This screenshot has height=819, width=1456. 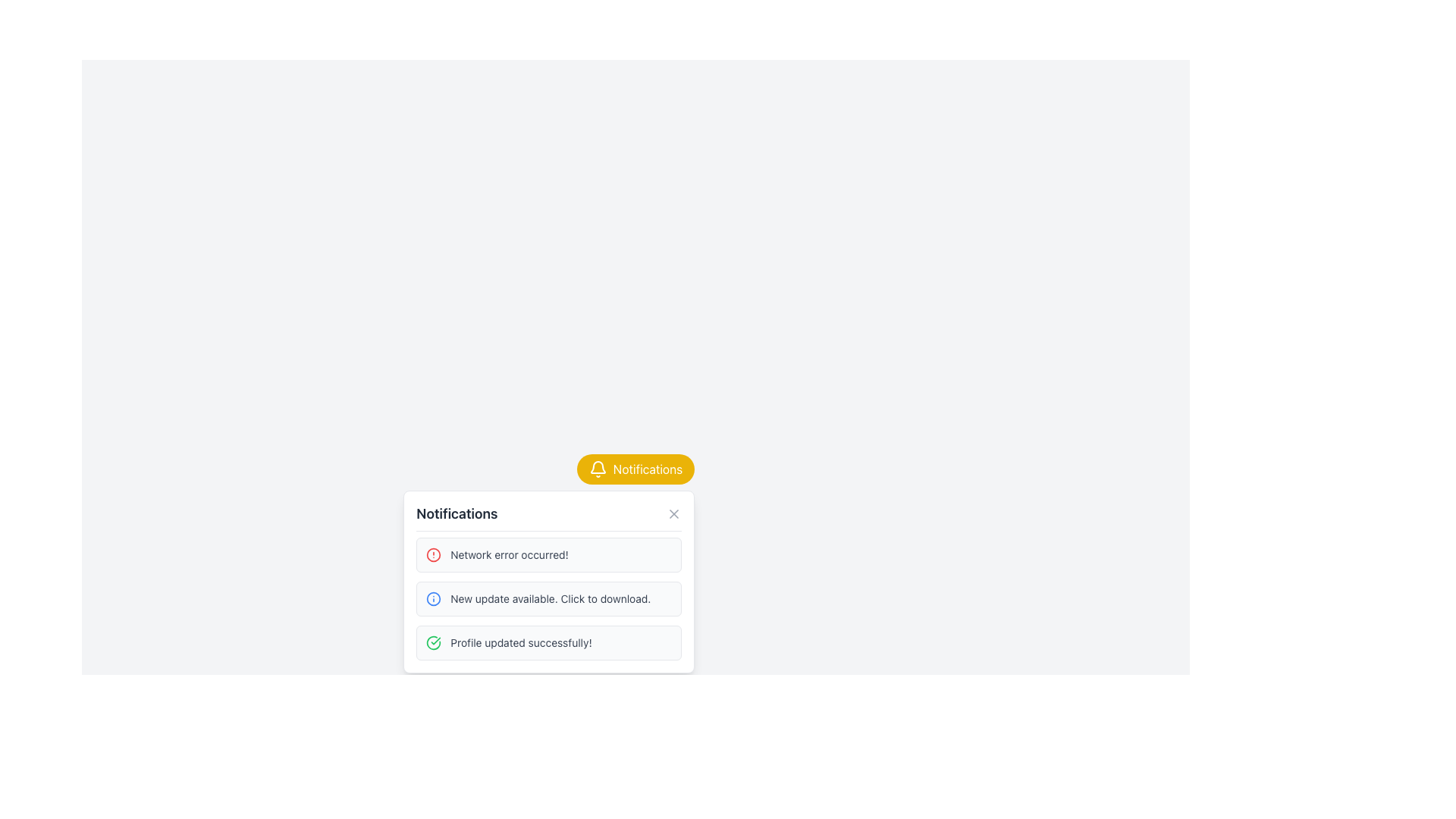 What do you see at coordinates (433, 643) in the screenshot?
I see `the green circular icon with a checkmark that indicates a successful operation, located to the left of the text 'Profile updated successfully!' in the notifications list` at bounding box center [433, 643].